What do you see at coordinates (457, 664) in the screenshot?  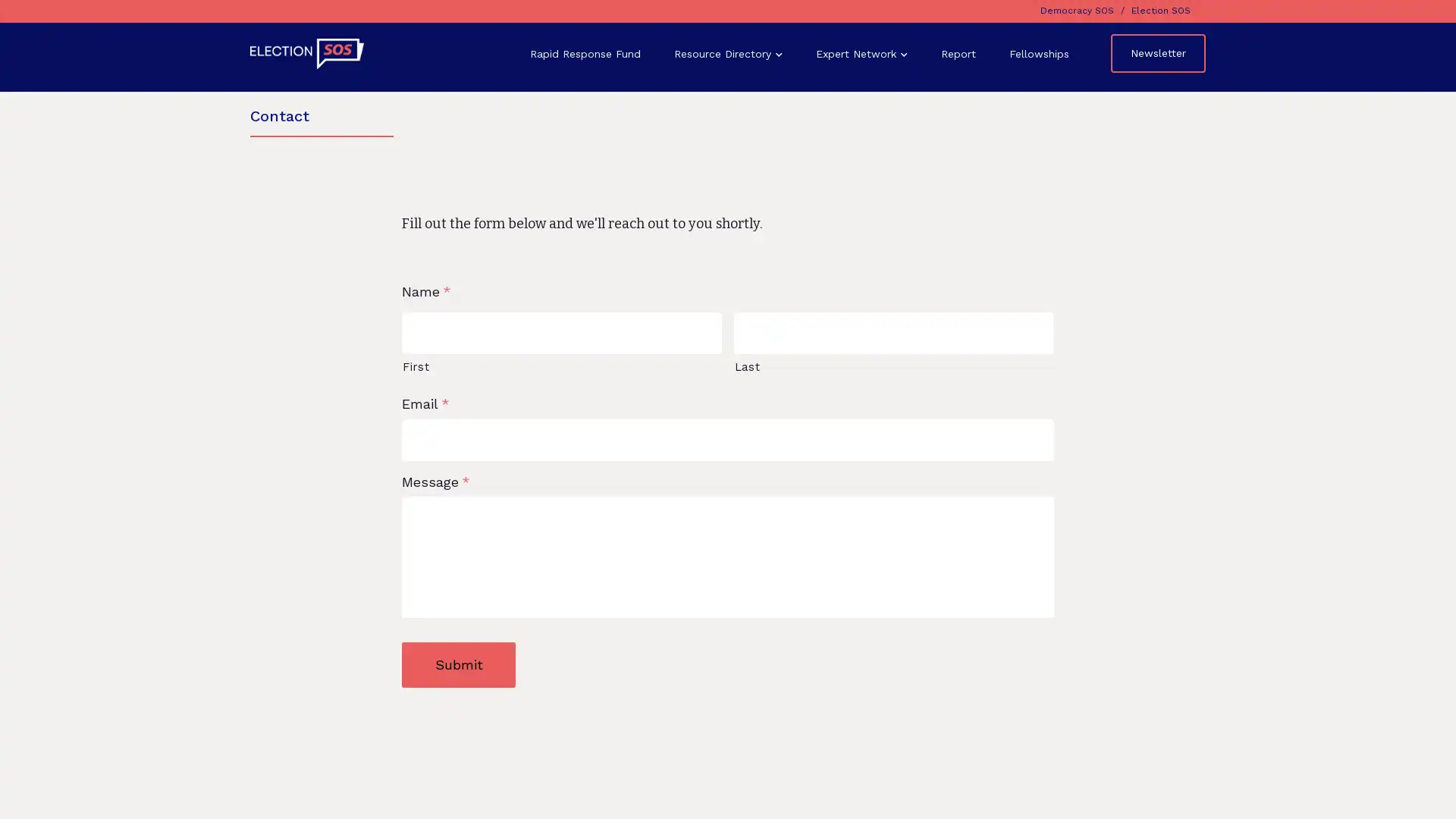 I see `Submit` at bounding box center [457, 664].